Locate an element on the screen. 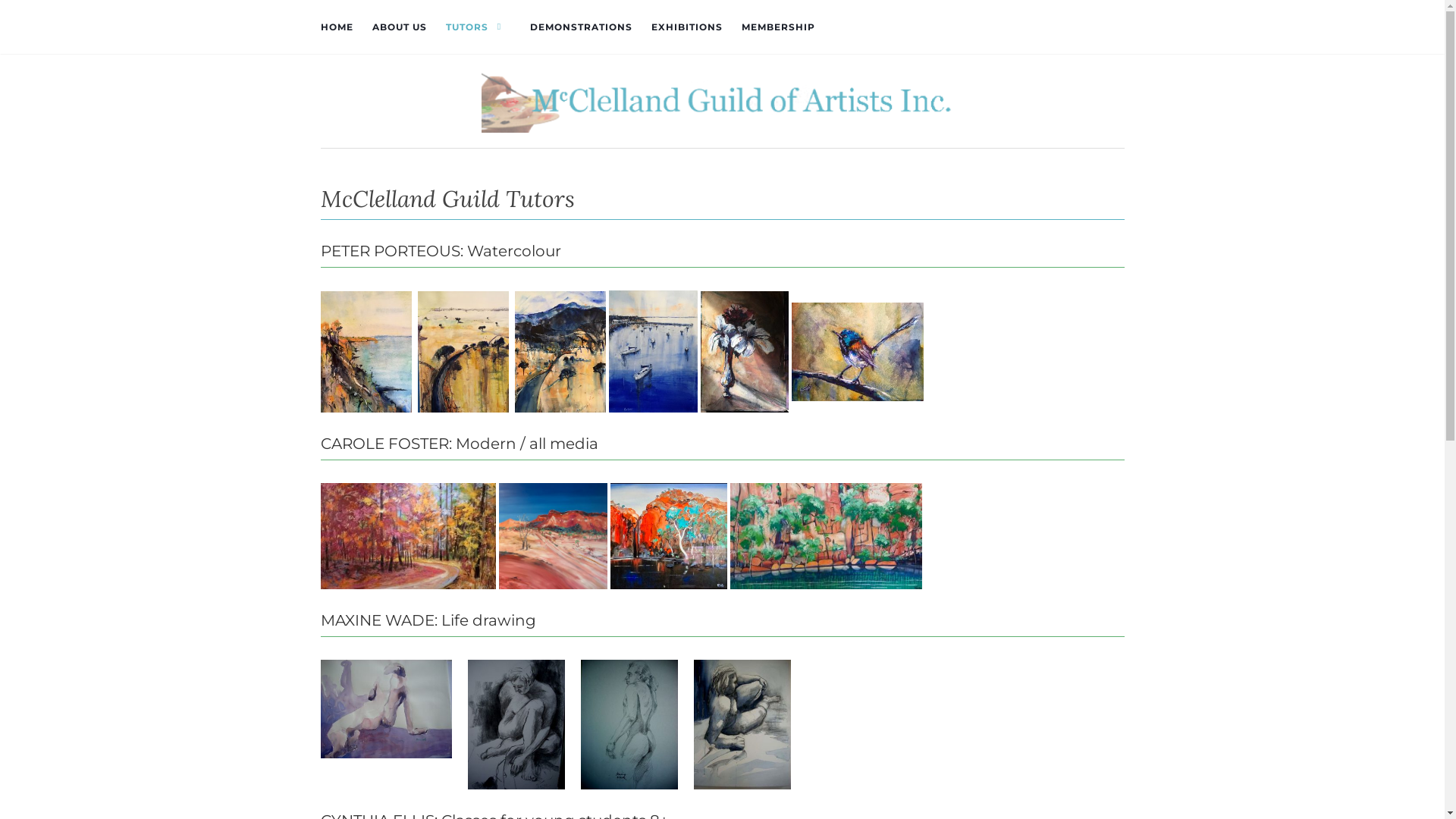 The height and width of the screenshot is (819, 1456). 'MEMBERSHIP' is located at coordinates (778, 27).